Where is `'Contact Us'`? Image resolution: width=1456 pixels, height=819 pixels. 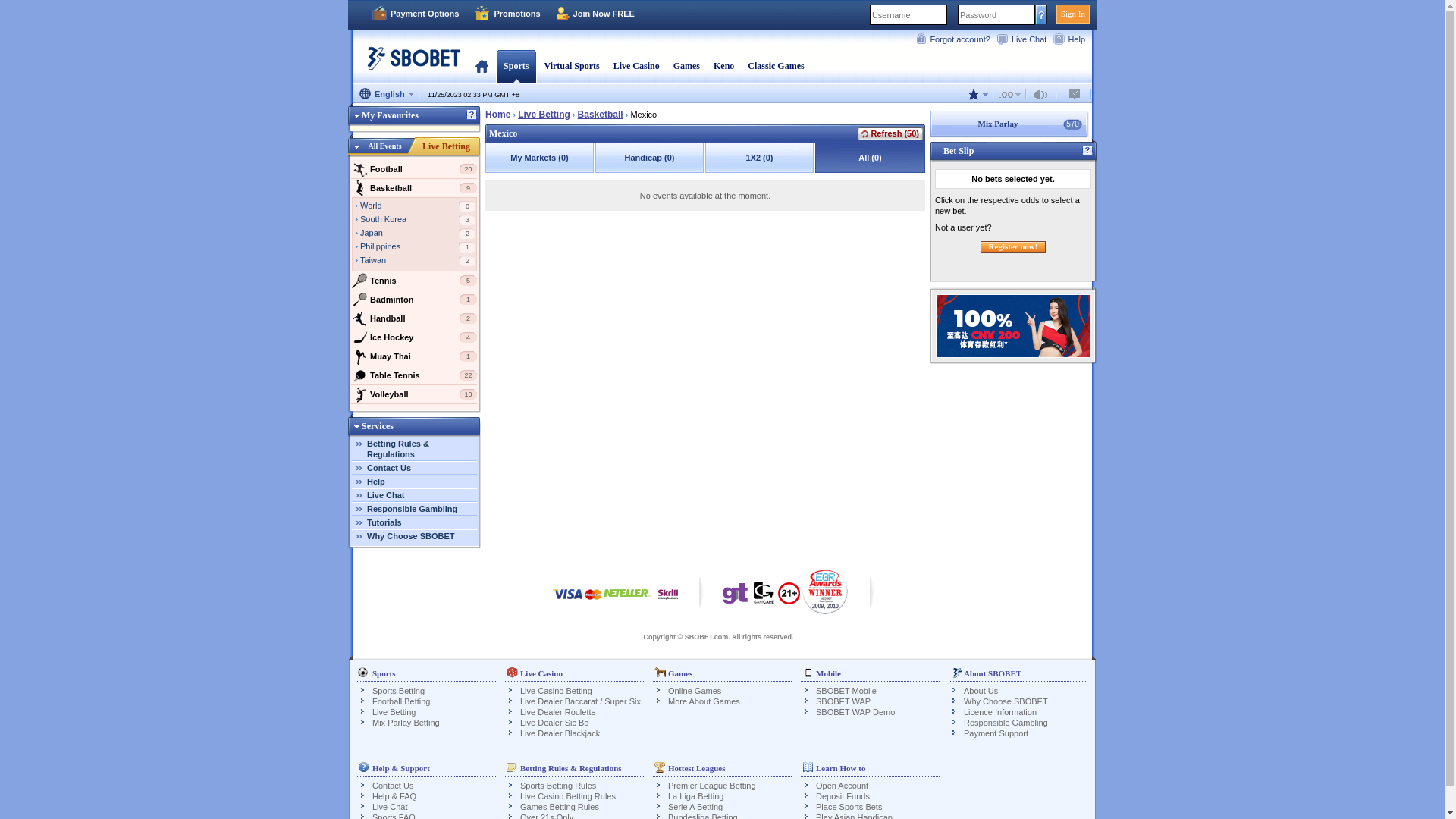 'Contact Us' is located at coordinates (367, 467).